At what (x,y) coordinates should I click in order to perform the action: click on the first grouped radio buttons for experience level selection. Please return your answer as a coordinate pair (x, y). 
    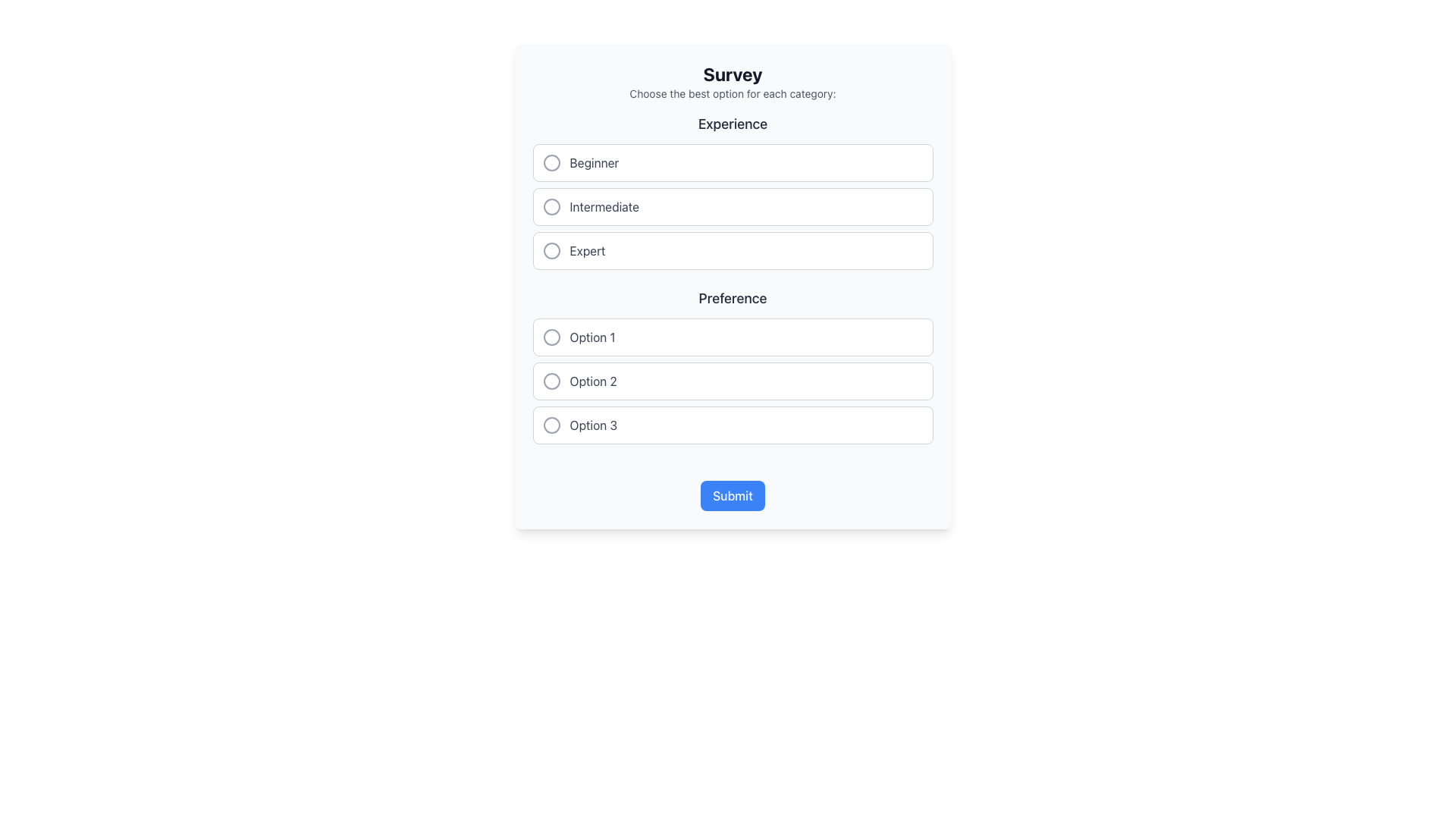
    Looking at the image, I should click on (733, 191).